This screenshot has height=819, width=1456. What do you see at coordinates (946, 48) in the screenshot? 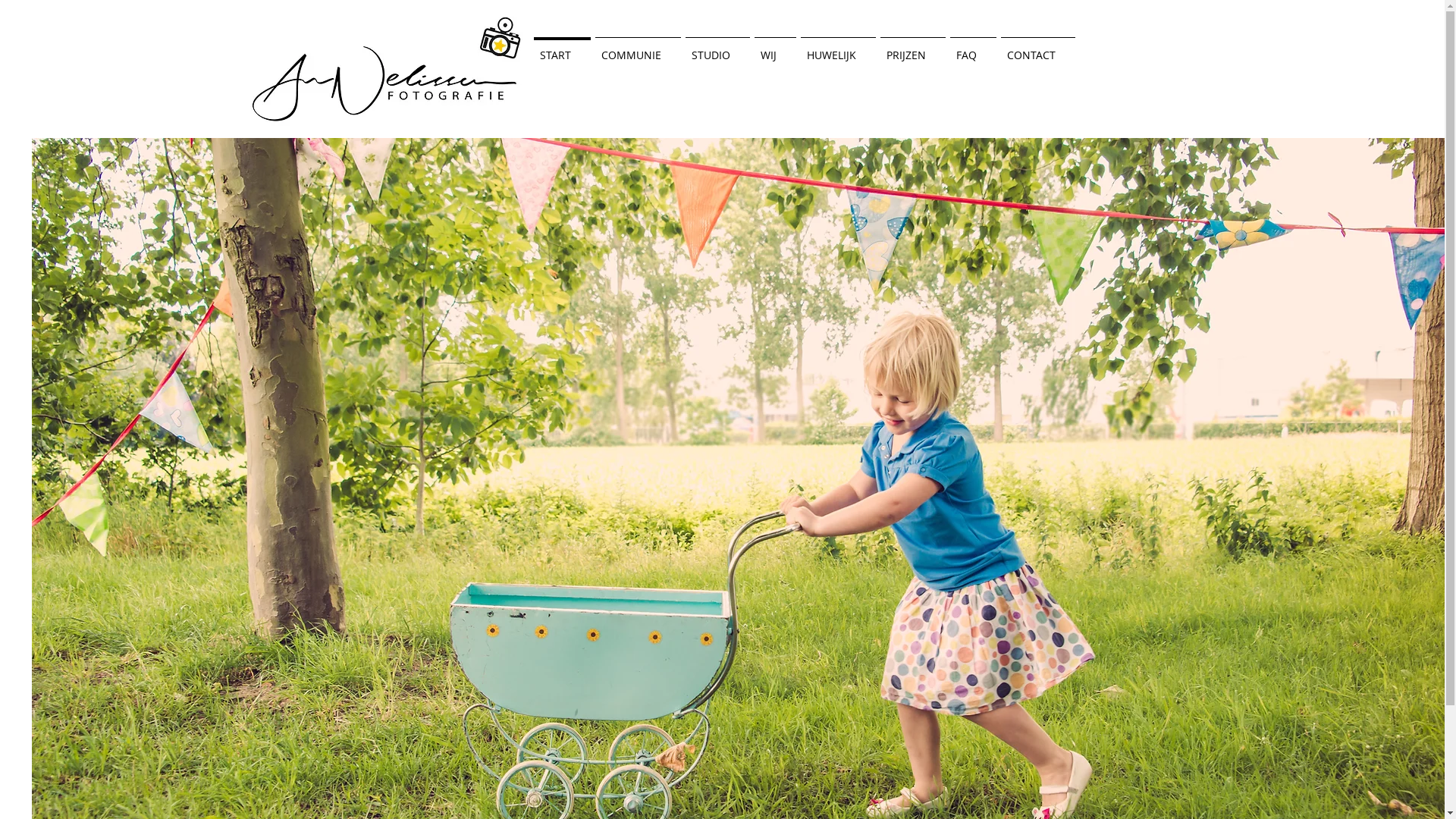
I see `'FAQ'` at bounding box center [946, 48].